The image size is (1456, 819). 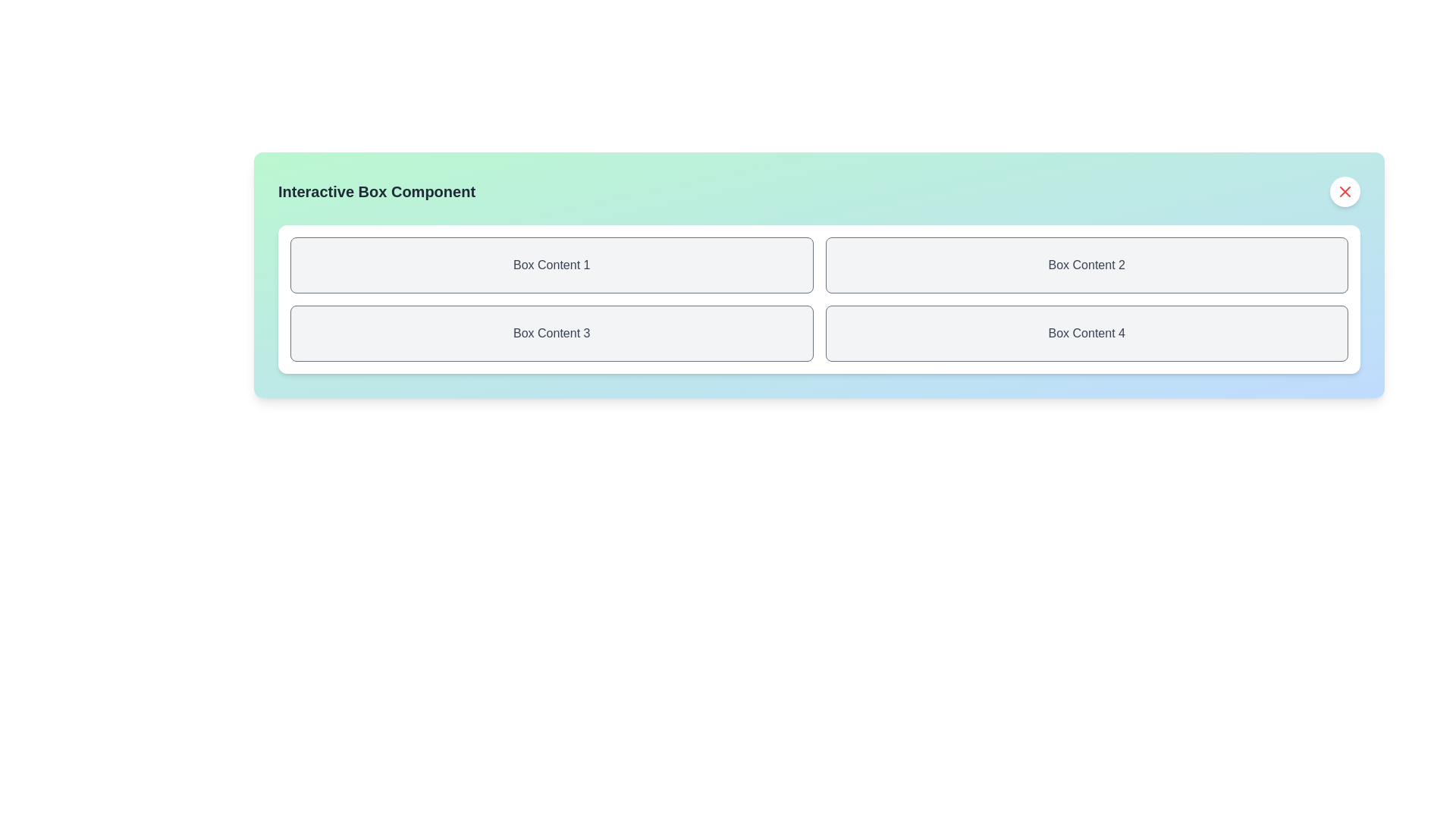 What do you see at coordinates (551, 332) in the screenshot?
I see `the text label element displaying 'Box Content 3', which is styled in gray and located in the first cell of the second row of a 2x2 grid layout` at bounding box center [551, 332].